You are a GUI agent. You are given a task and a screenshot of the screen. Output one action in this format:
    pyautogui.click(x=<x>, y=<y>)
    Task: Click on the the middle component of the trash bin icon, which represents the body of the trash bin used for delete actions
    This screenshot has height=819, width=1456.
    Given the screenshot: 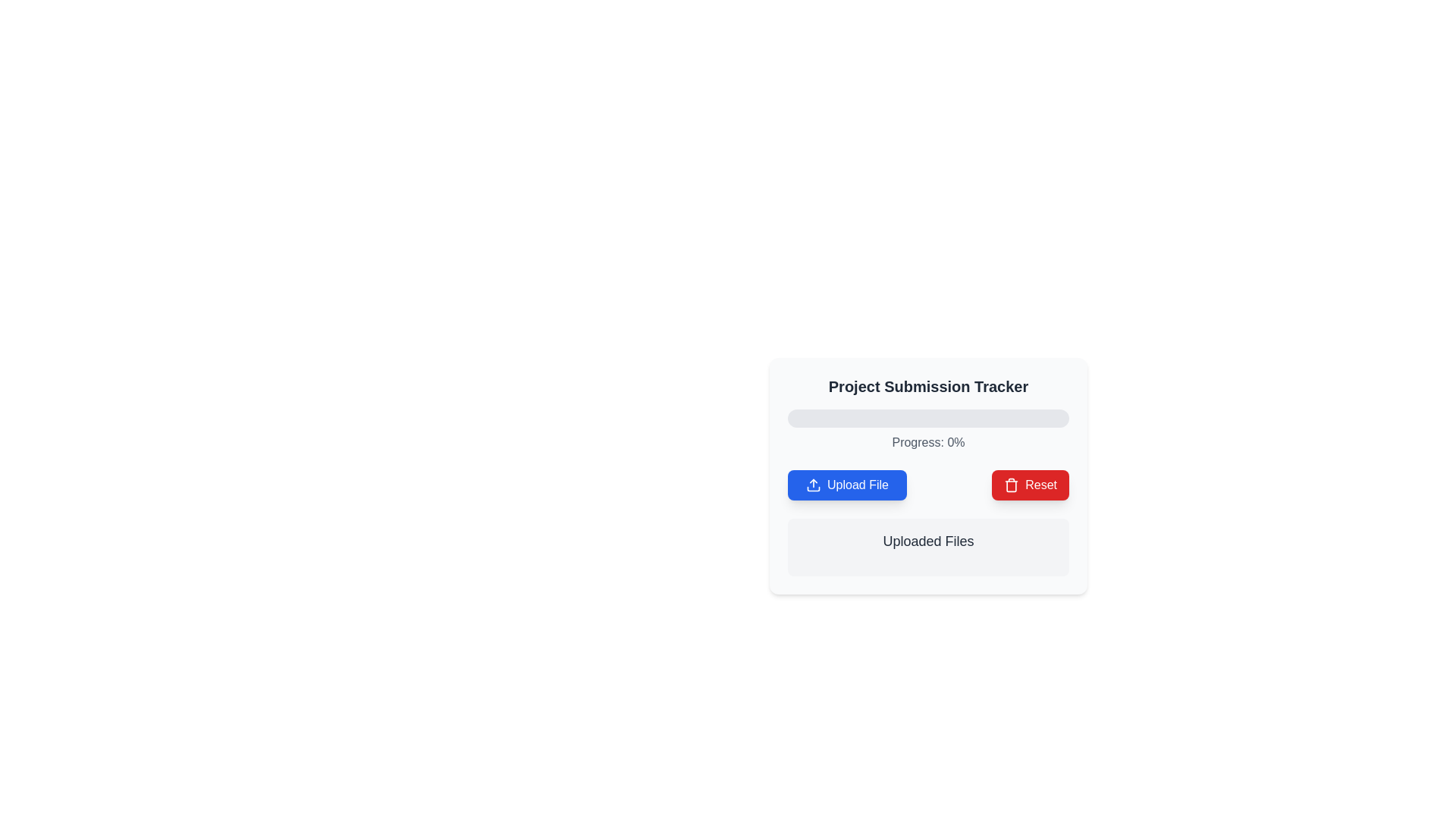 What is the action you would take?
    pyautogui.click(x=1012, y=486)
    